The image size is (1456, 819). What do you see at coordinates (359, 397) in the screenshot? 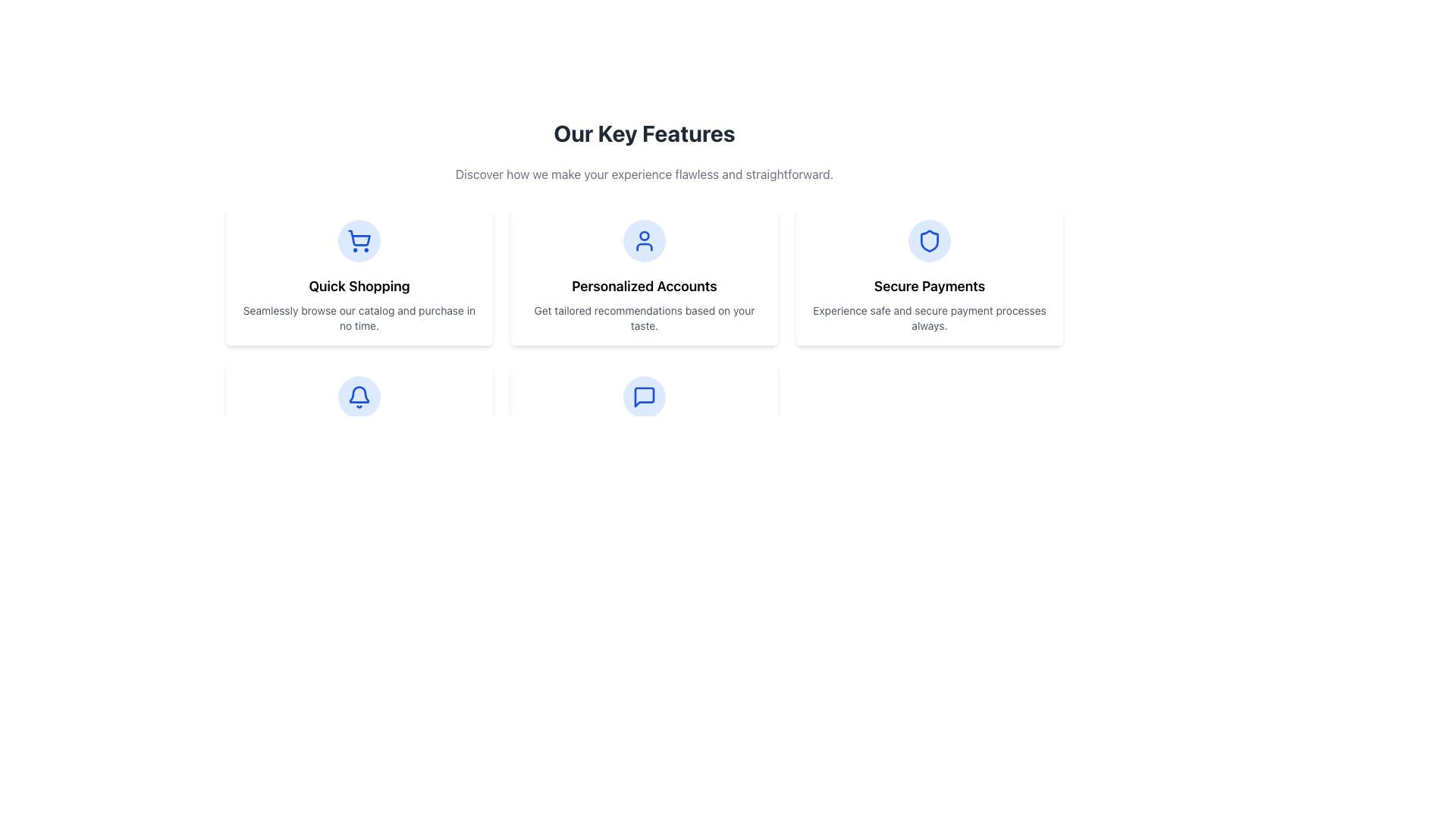
I see `the notification icon located within the 'Instant Notifications' card, which is positioned near the top and centered horizontally` at bounding box center [359, 397].